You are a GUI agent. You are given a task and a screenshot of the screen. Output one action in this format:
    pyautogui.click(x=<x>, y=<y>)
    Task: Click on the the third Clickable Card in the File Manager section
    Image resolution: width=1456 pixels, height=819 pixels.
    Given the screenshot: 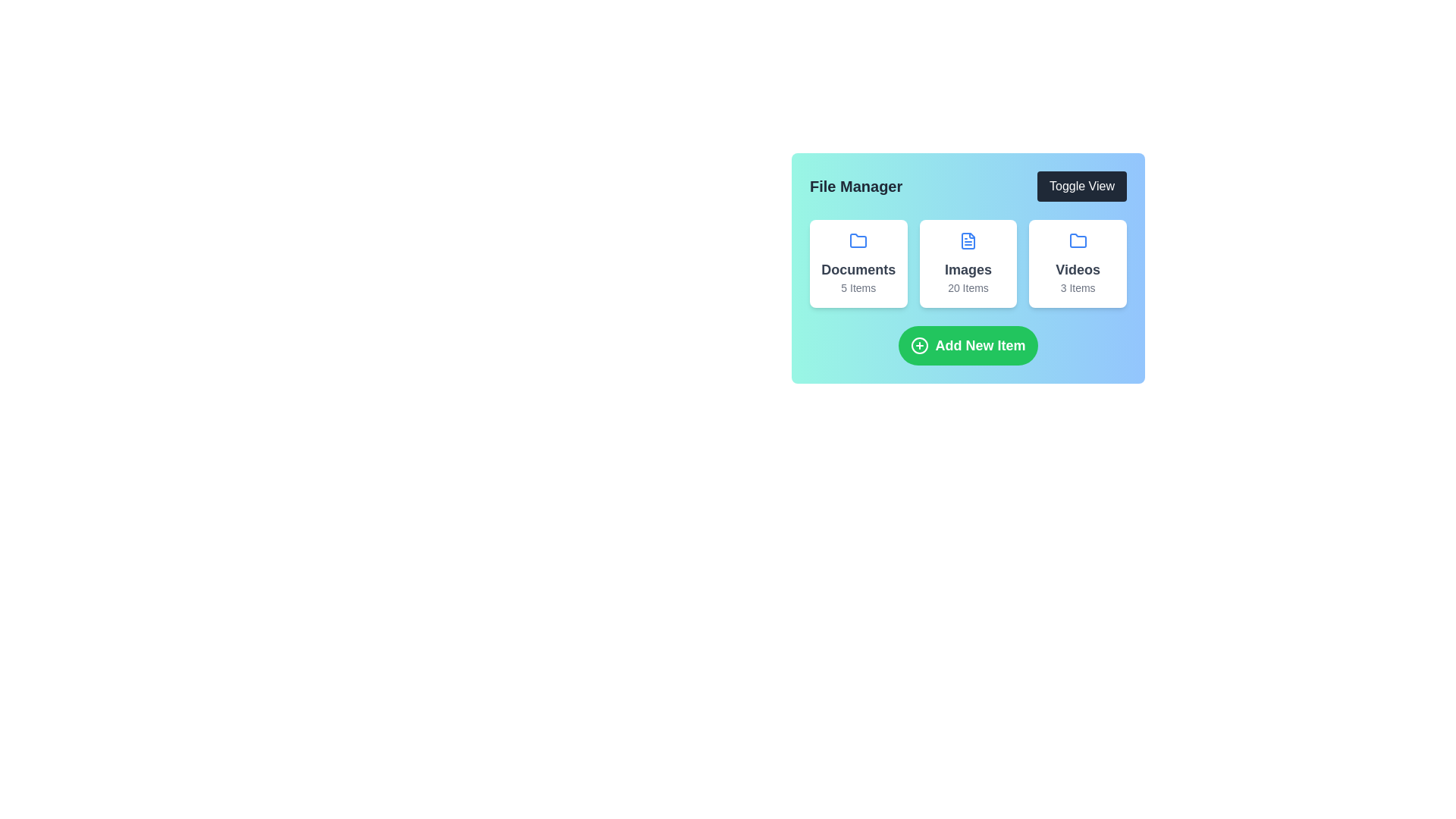 What is the action you would take?
    pyautogui.click(x=1077, y=262)
    